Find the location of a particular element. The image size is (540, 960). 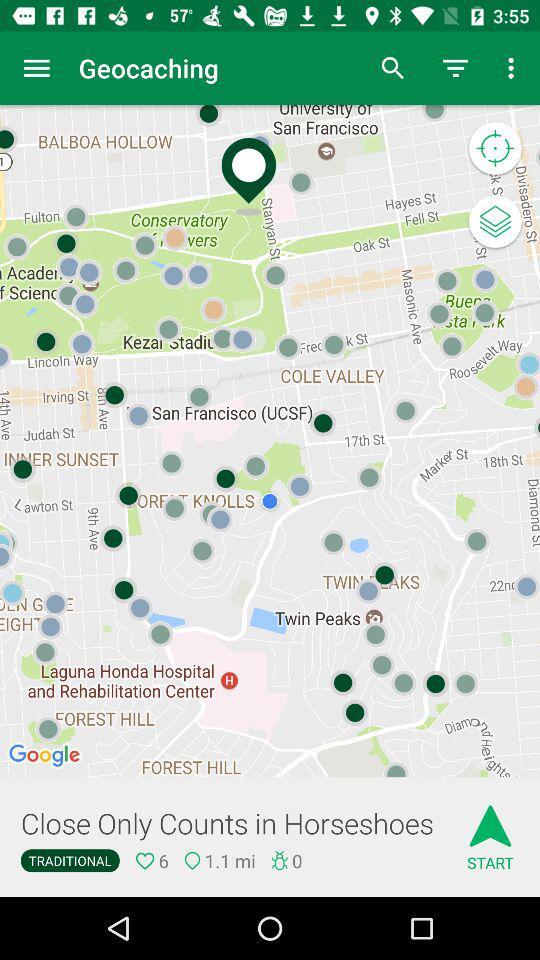

the layers icon is located at coordinates (494, 223).